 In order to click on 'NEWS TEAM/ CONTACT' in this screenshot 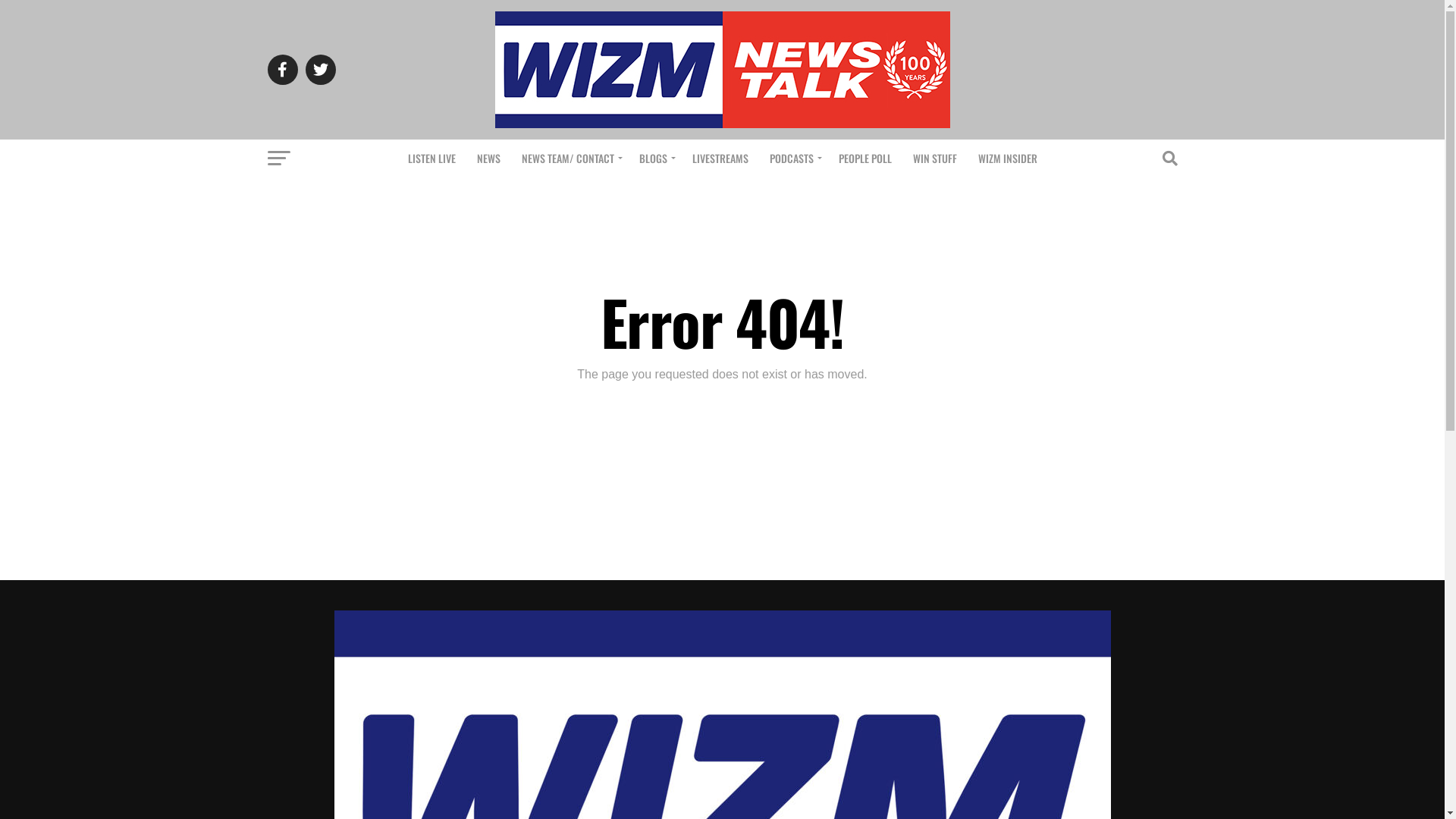, I will do `click(569, 158)`.